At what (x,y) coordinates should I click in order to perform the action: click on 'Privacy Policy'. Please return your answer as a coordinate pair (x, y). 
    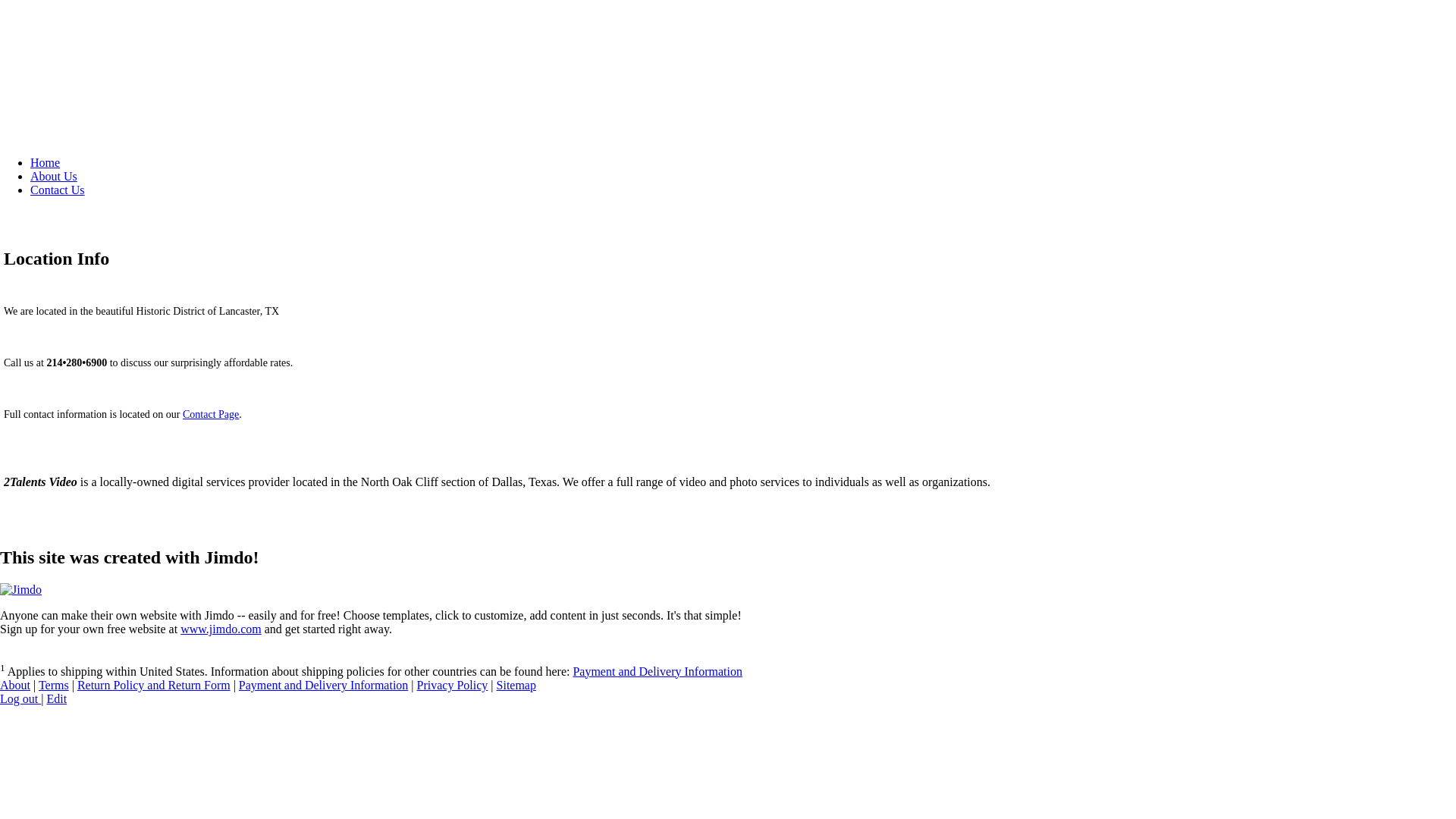
    Looking at the image, I should click on (417, 685).